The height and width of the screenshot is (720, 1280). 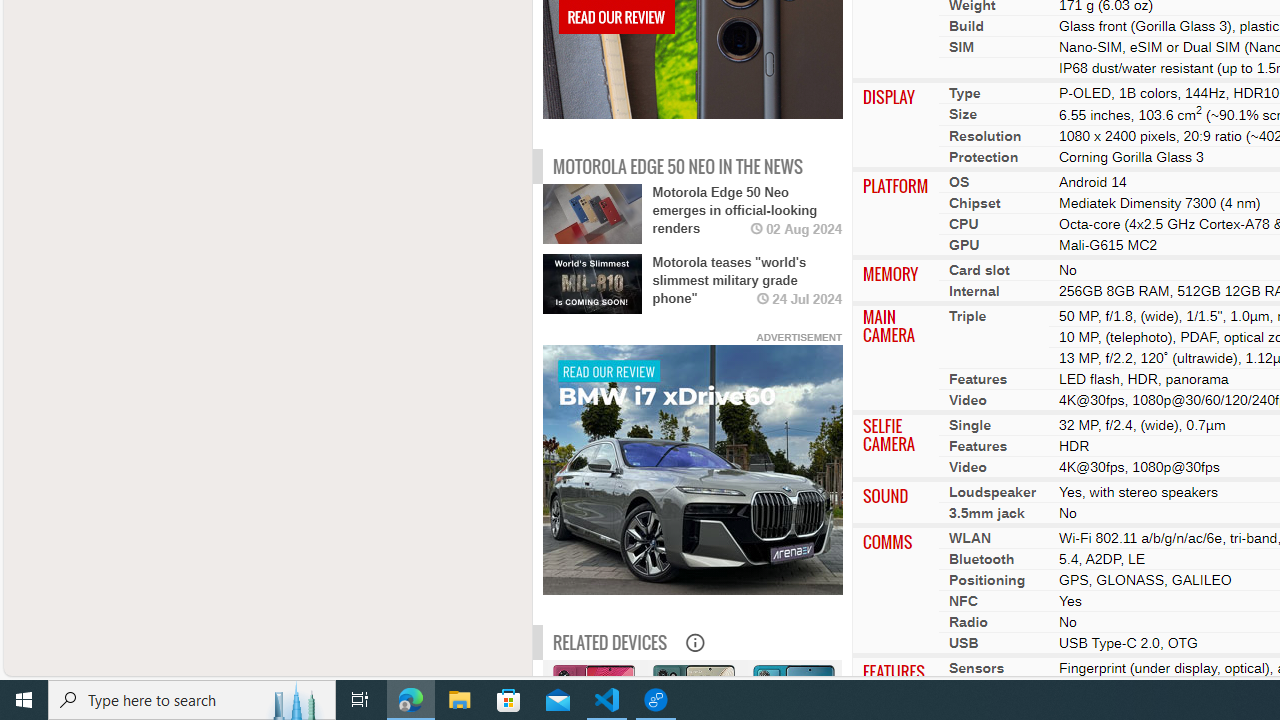 What do you see at coordinates (963, 113) in the screenshot?
I see `'Size'` at bounding box center [963, 113].